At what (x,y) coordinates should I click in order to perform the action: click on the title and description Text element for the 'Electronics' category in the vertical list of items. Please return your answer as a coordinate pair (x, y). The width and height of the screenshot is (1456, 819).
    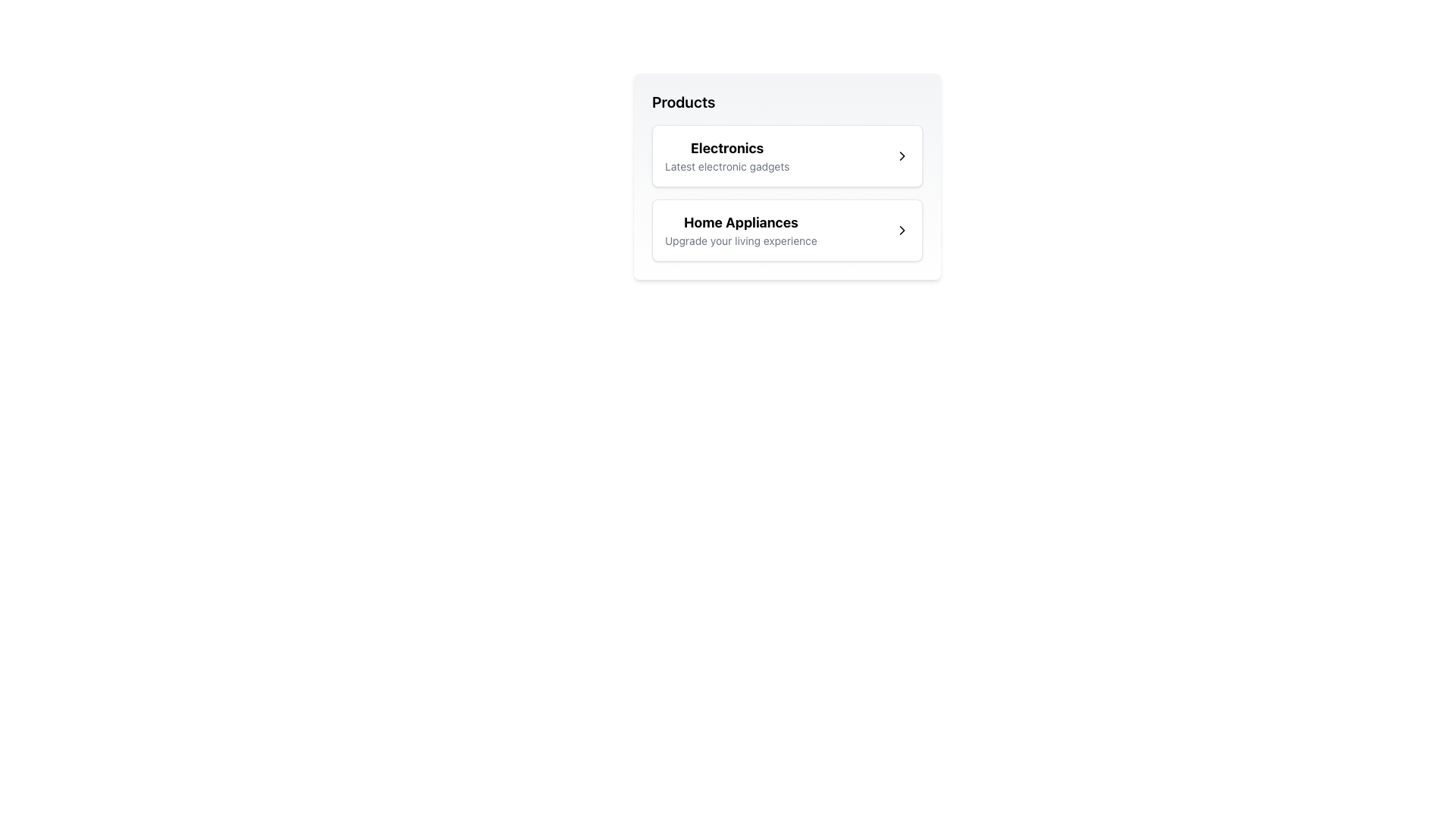
    Looking at the image, I should click on (726, 155).